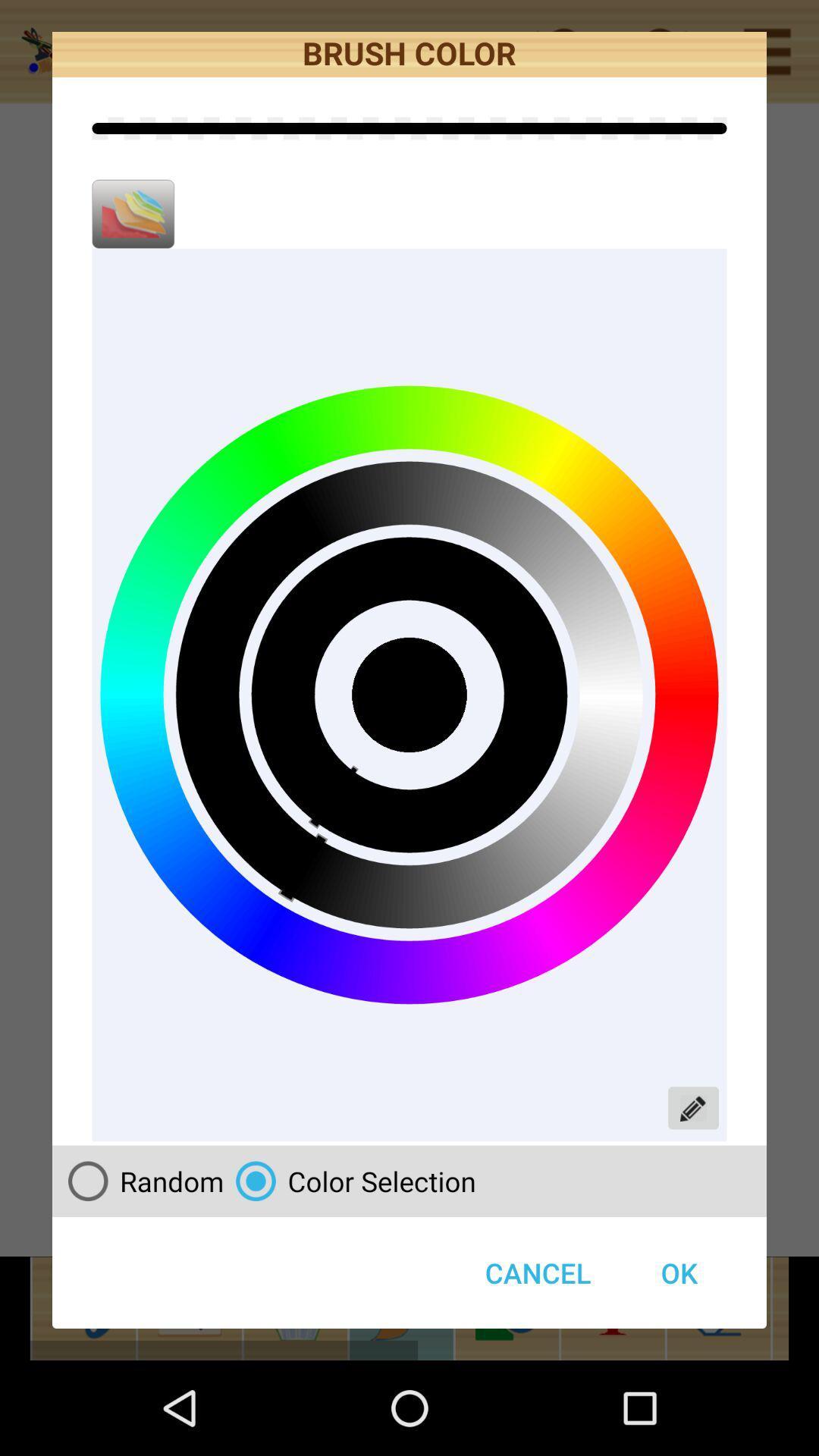  What do you see at coordinates (537, 1272) in the screenshot?
I see `the cancel button` at bounding box center [537, 1272].